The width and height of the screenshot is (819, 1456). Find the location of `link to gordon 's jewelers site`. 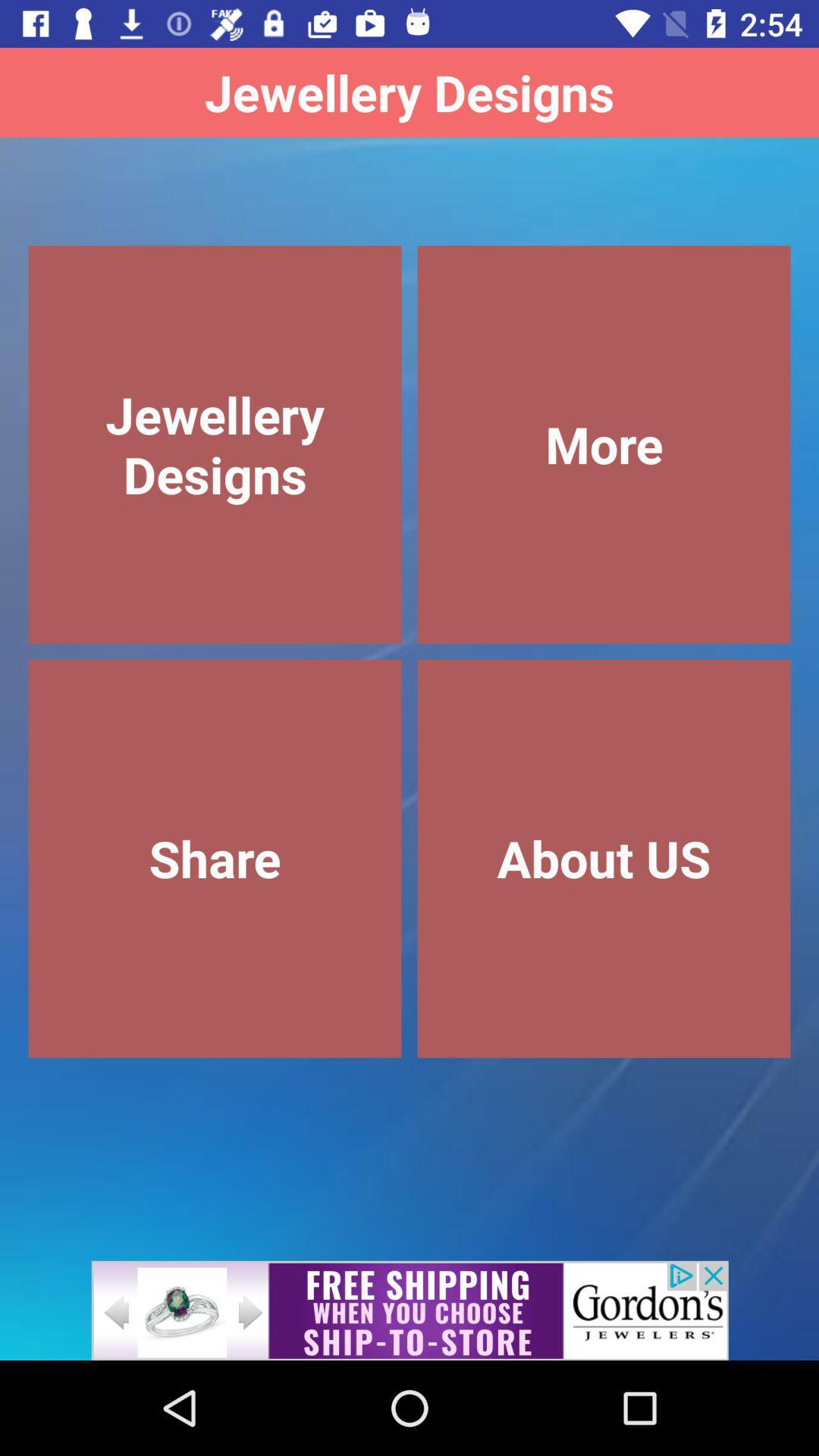

link to gordon 's jewelers site is located at coordinates (409, 1310).